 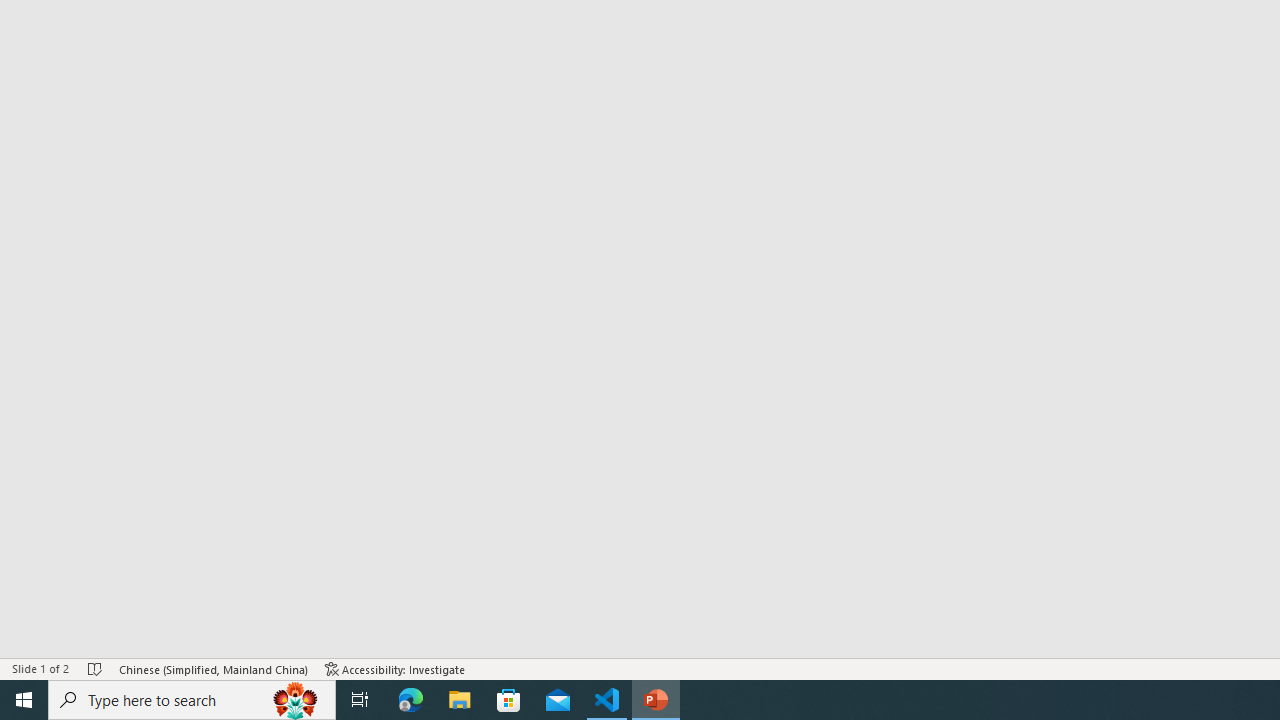 I want to click on 'Search highlights icon opens search home window', so click(x=294, y=698).